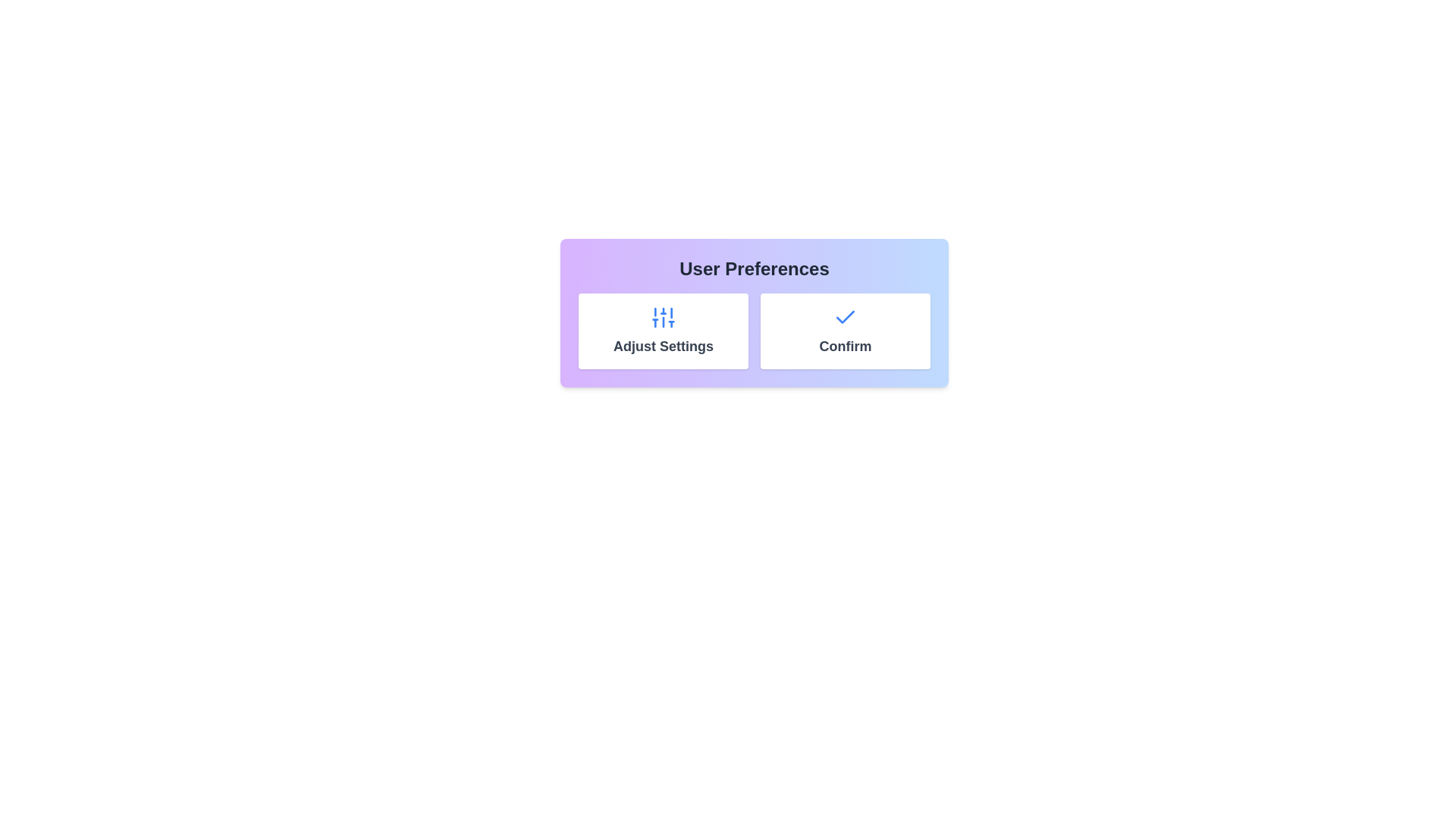  Describe the element at coordinates (844, 346) in the screenshot. I see `the 'Confirm' text label, which is a bold, large, gray-colored label located at the bottom center of a rectangular card with a white background` at that location.